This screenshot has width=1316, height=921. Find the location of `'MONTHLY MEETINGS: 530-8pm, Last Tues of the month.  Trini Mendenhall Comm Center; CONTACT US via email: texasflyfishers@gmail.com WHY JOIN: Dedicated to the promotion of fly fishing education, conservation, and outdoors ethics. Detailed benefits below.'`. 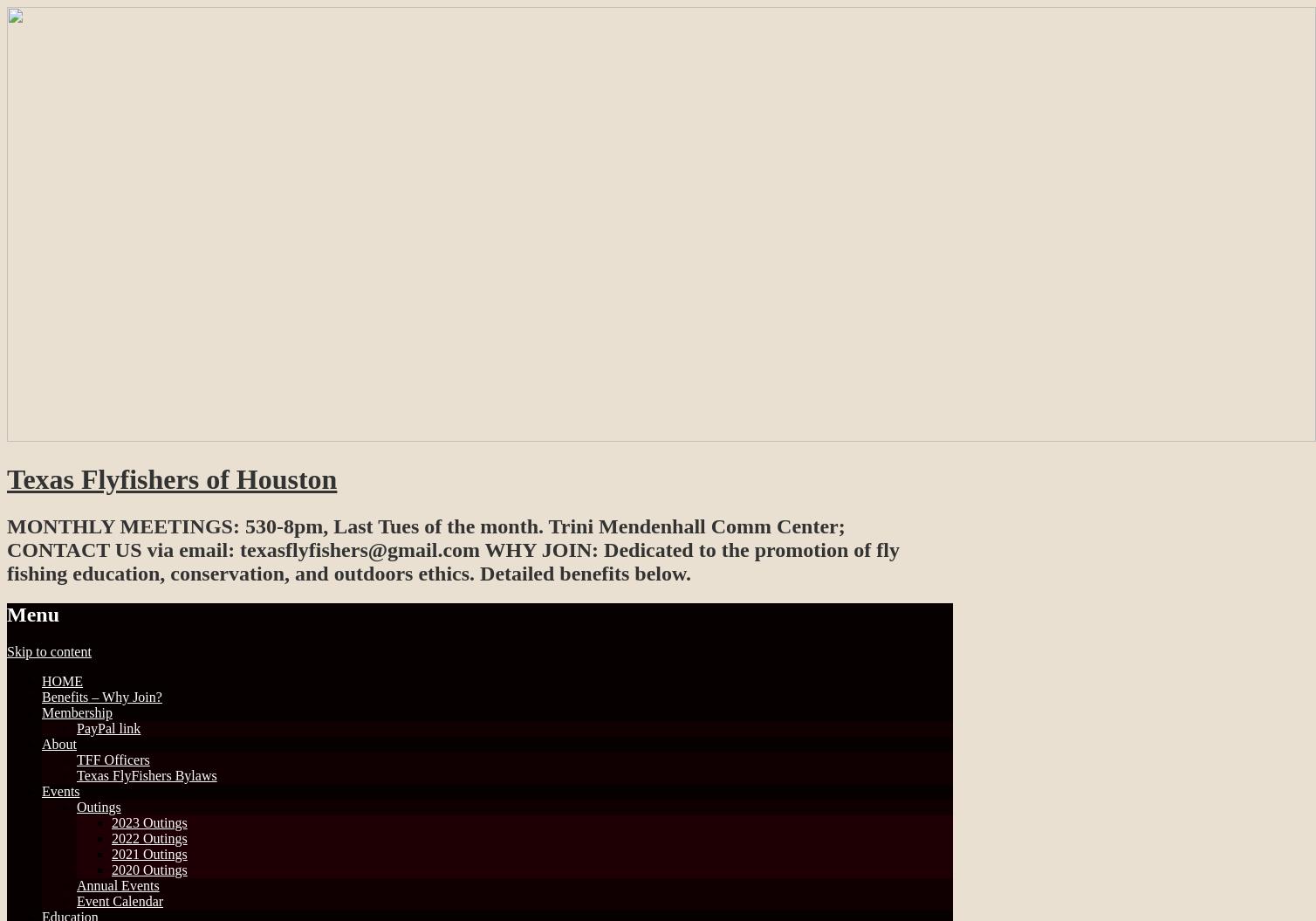

'MONTHLY MEETINGS: 530-8pm, Last Tues of the month.  Trini Mendenhall Comm Center; CONTACT US via email: texasflyfishers@gmail.com WHY JOIN: Dedicated to the promotion of fly fishing education, conservation, and outdoors ethics. Detailed benefits below.' is located at coordinates (453, 548).